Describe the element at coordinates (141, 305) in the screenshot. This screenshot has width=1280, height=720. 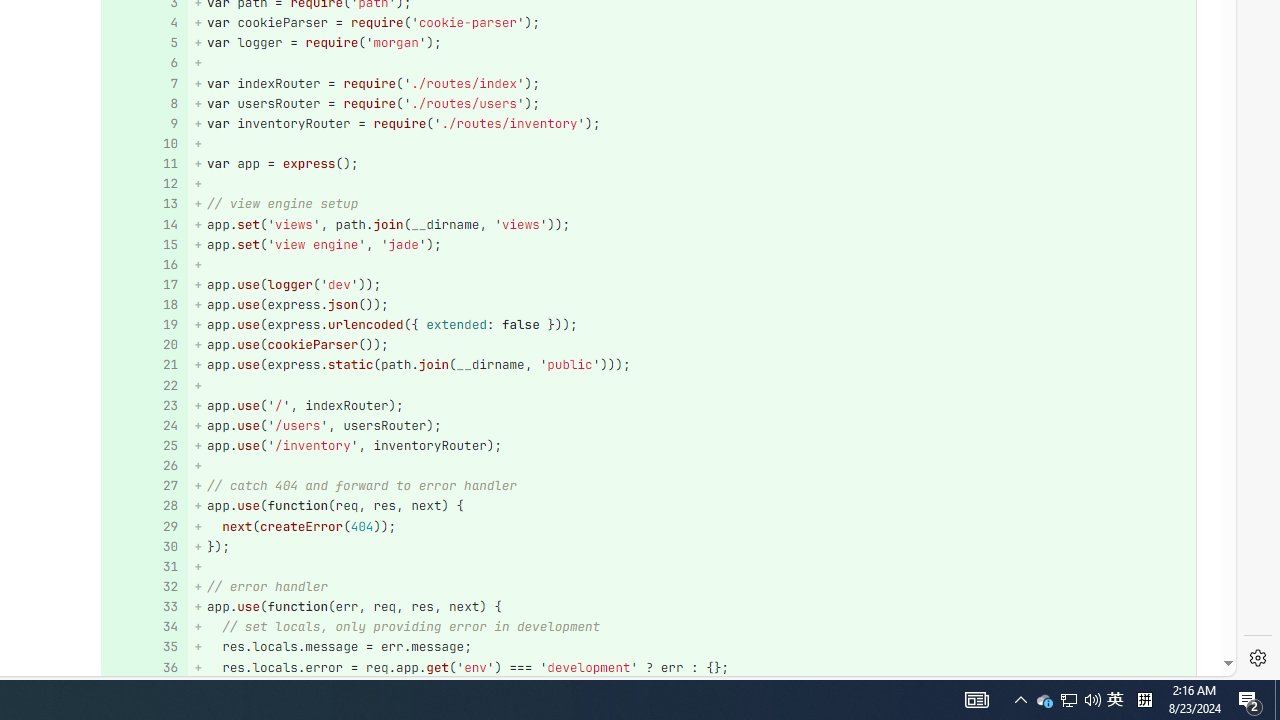
I see `'18'` at that location.